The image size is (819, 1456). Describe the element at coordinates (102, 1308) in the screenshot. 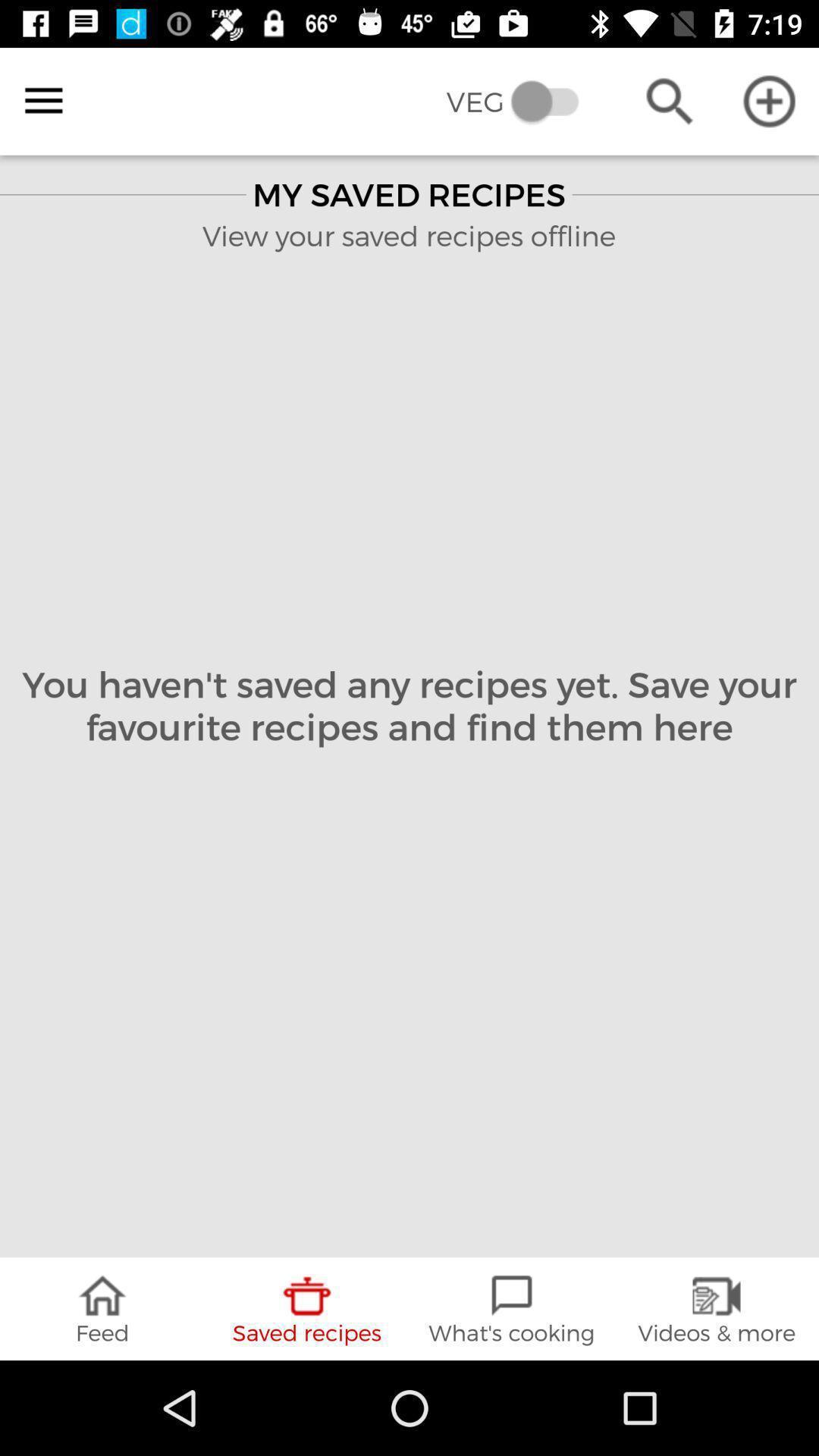

I see `the item to the left of saved recipes item` at that location.